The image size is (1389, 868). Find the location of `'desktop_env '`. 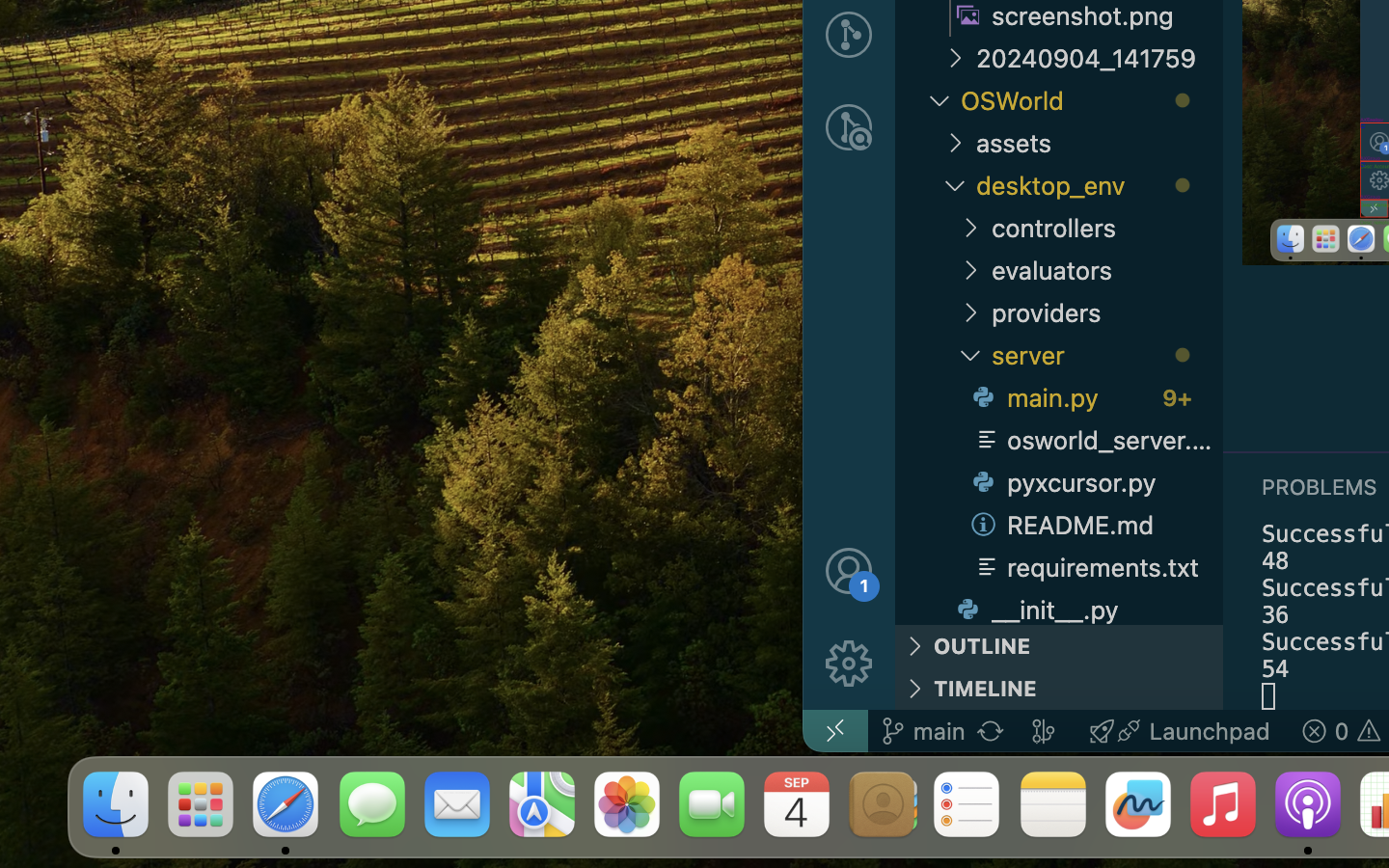

'desktop_env ' is located at coordinates (1099, 184).